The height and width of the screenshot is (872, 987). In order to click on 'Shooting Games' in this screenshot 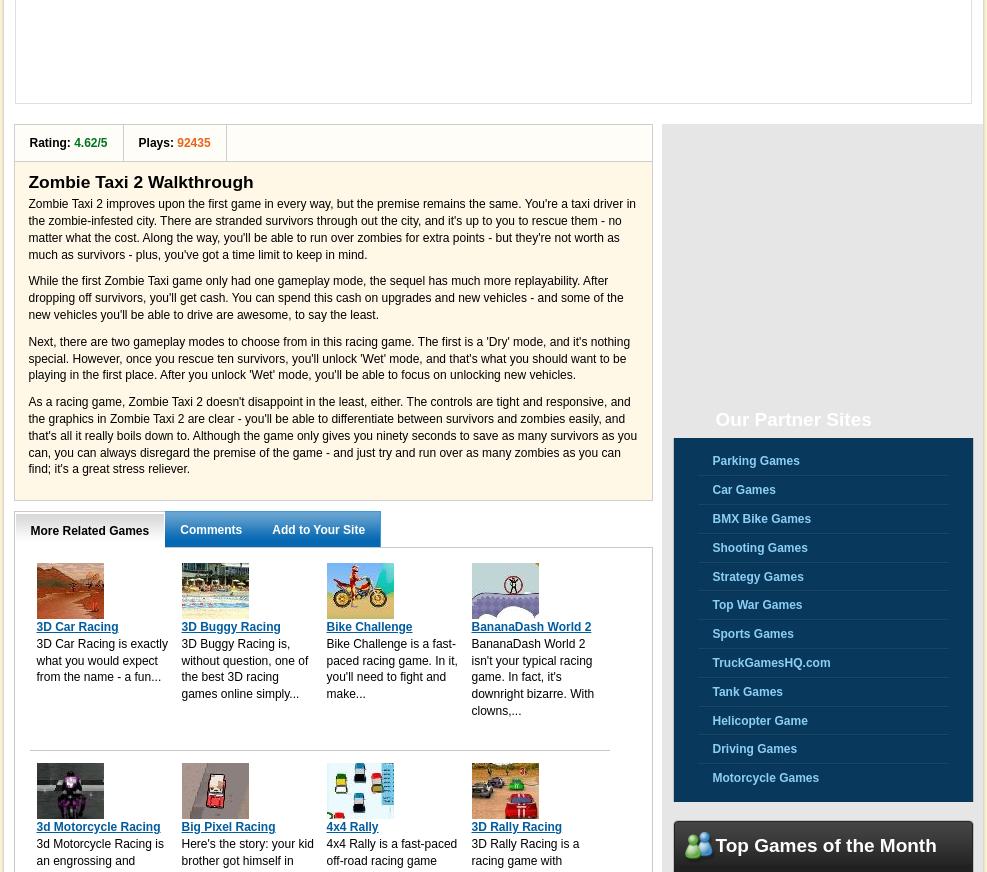, I will do `click(711, 547)`.